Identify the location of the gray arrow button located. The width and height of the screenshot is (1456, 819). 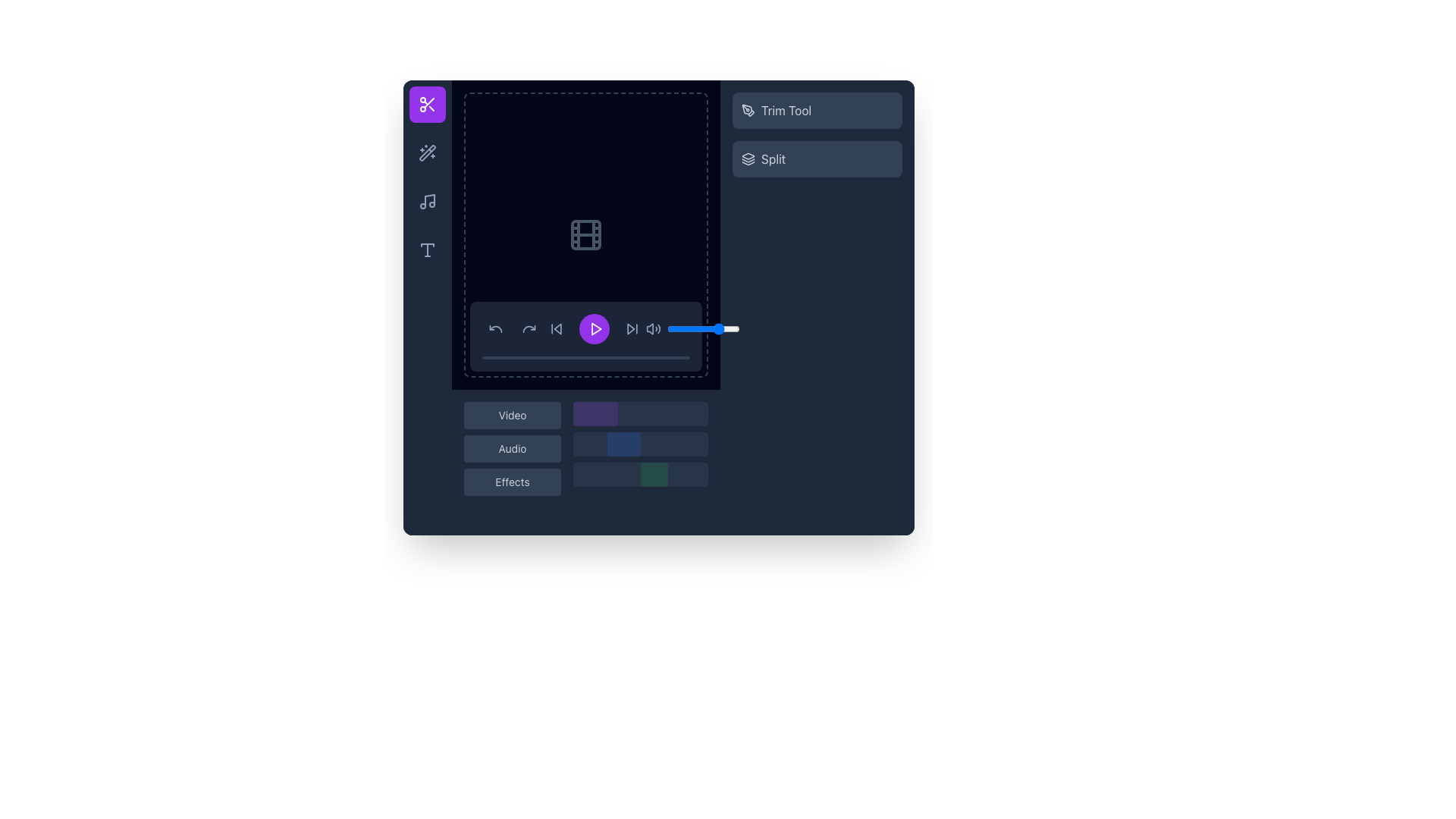
(556, 328).